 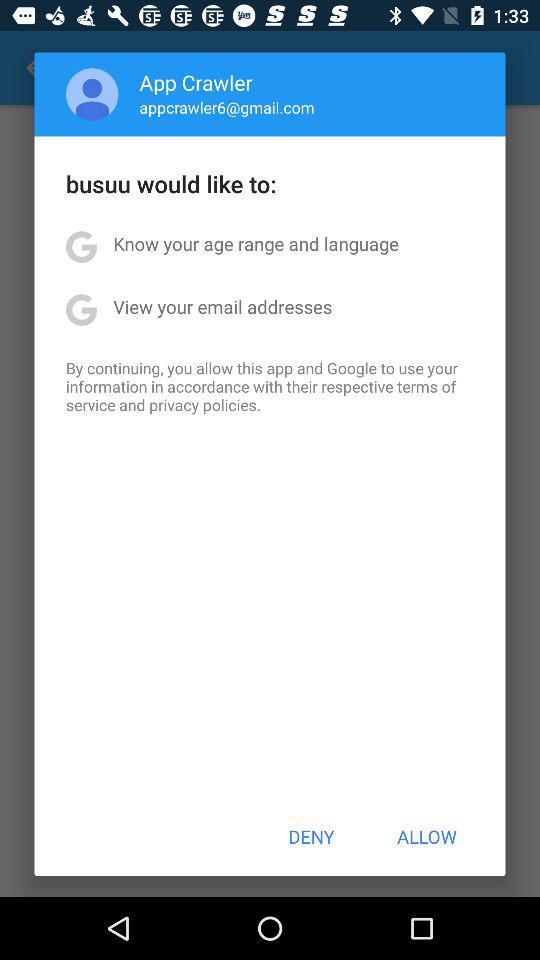 I want to click on app crawler app, so click(x=196, y=82).